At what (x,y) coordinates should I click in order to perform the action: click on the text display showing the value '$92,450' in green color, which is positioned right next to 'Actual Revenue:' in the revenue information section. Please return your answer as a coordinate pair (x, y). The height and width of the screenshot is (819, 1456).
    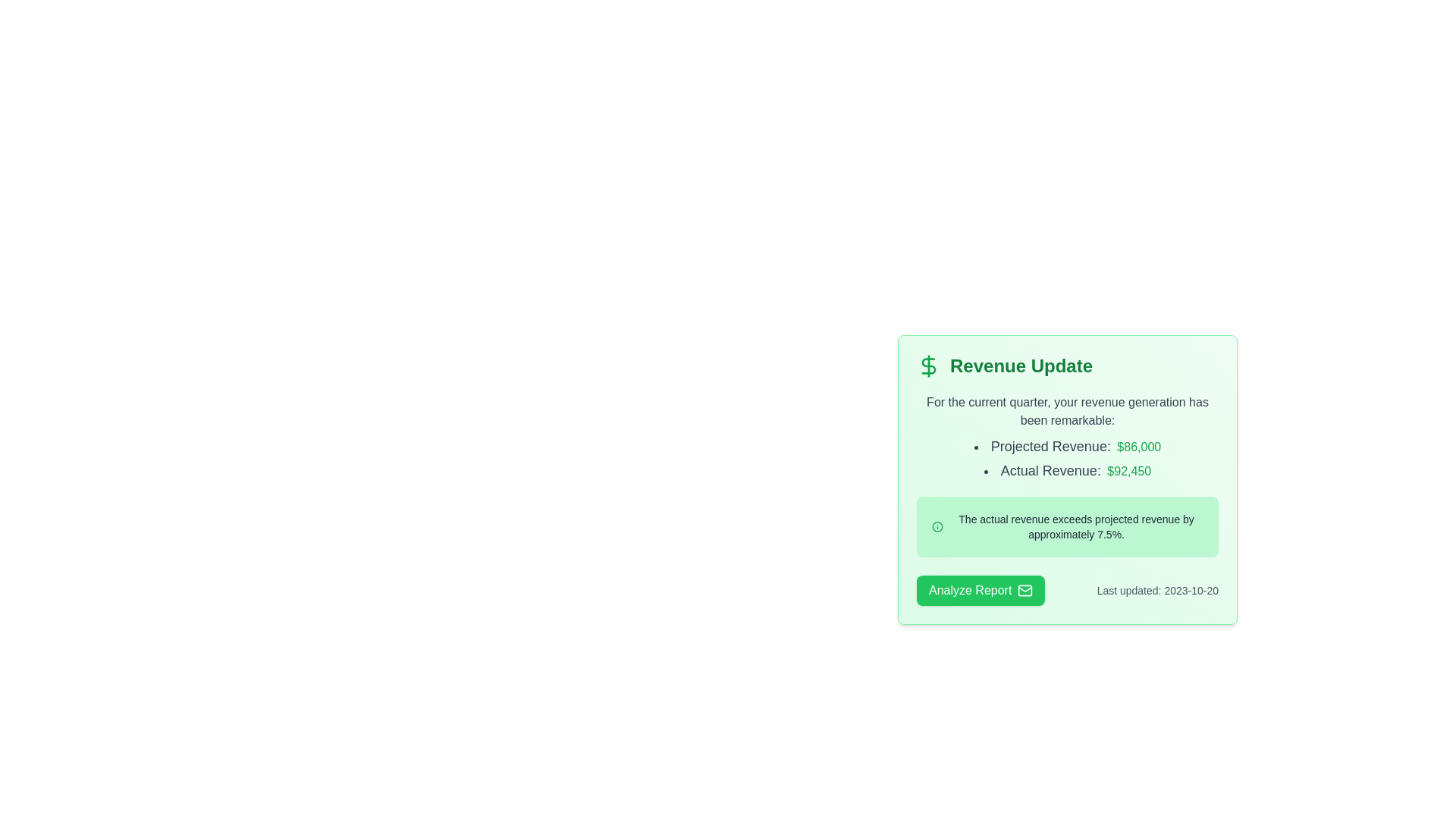
    Looking at the image, I should click on (1129, 470).